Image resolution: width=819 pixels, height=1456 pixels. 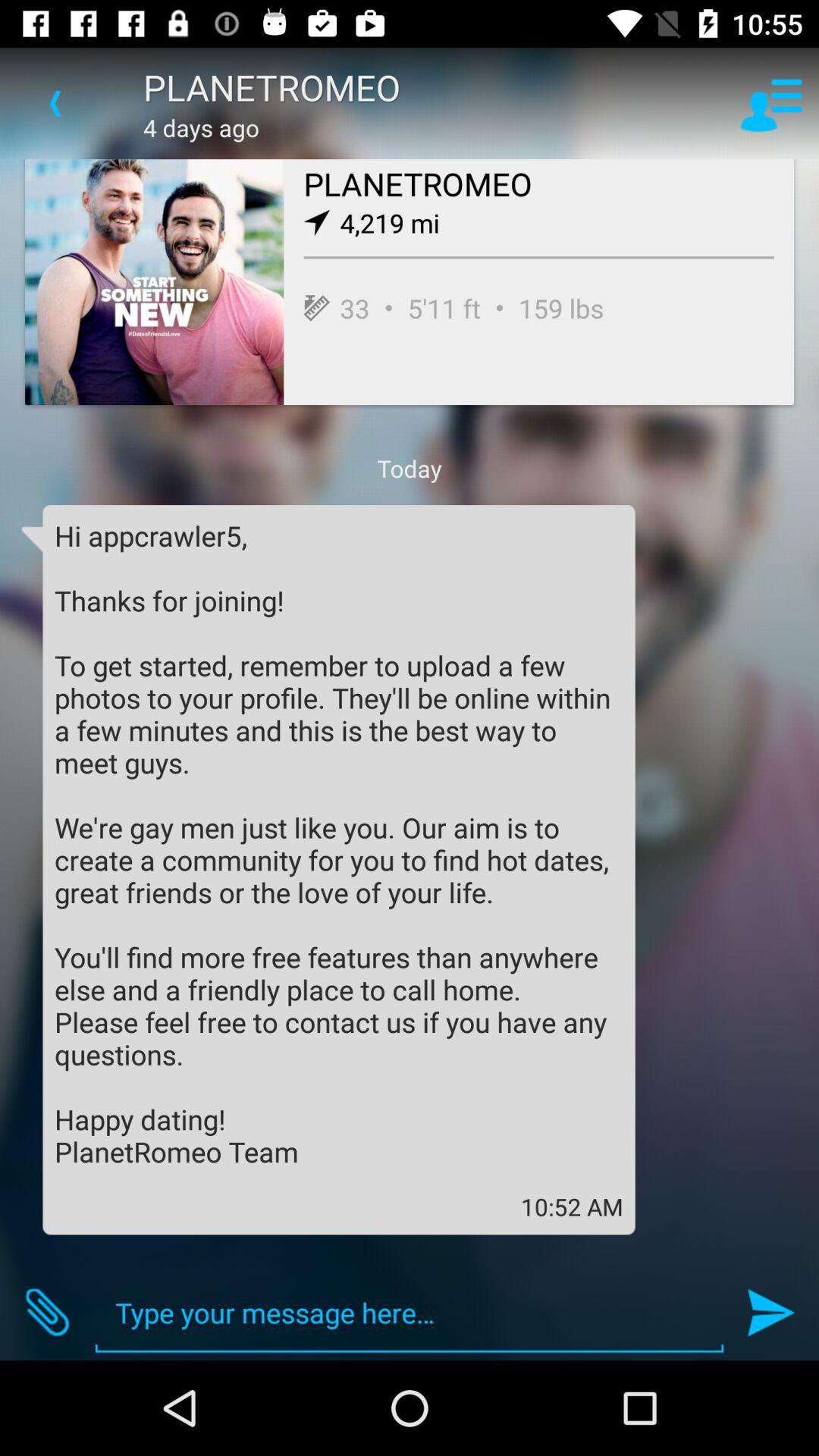 What do you see at coordinates (771, 102) in the screenshot?
I see `the icon next to planetromeo item` at bounding box center [771, 102].